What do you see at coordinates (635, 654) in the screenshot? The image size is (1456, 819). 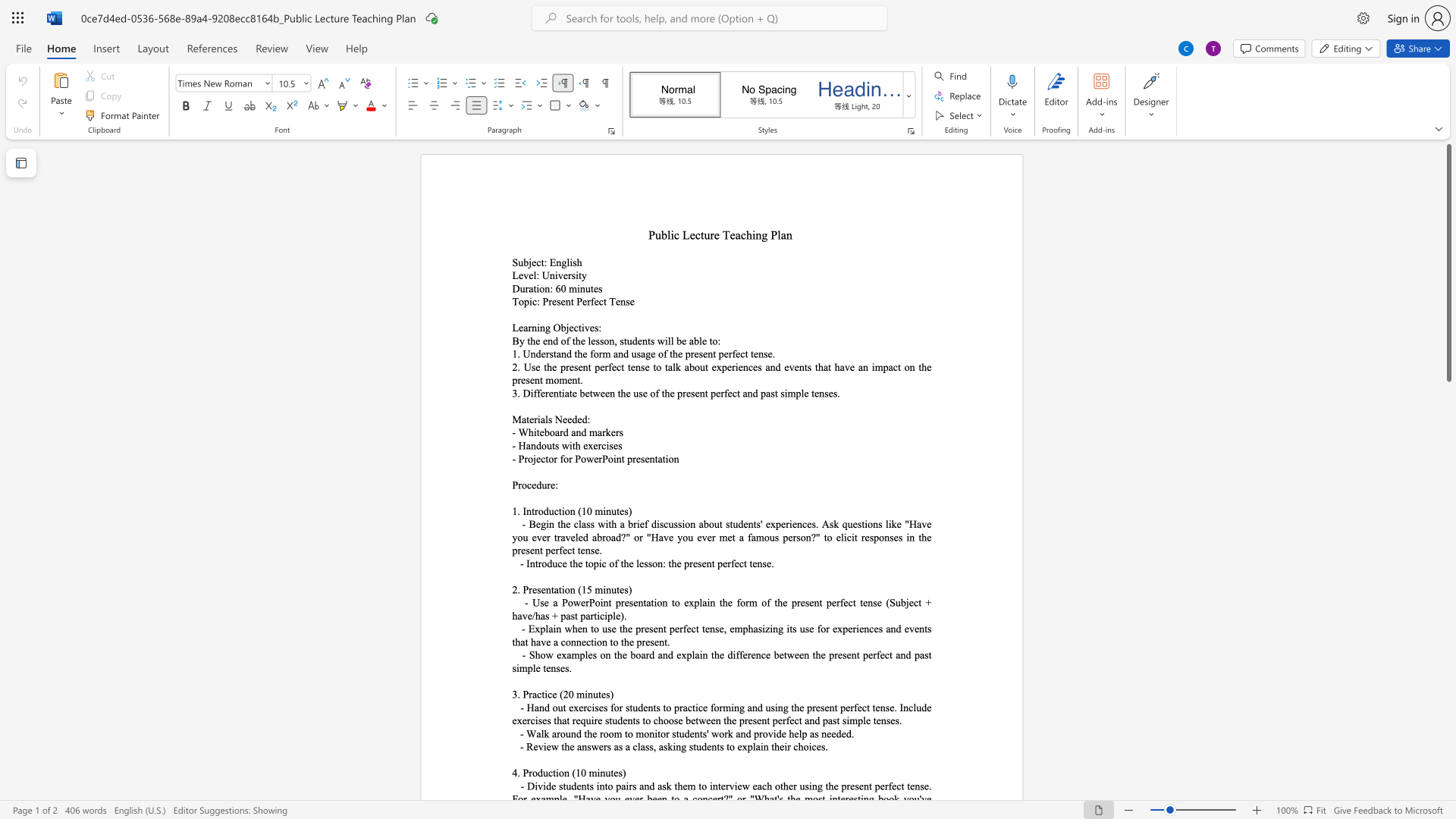 I see `the space between the continuous character "b" and "o" in the text` at bounding box center [635, 654].